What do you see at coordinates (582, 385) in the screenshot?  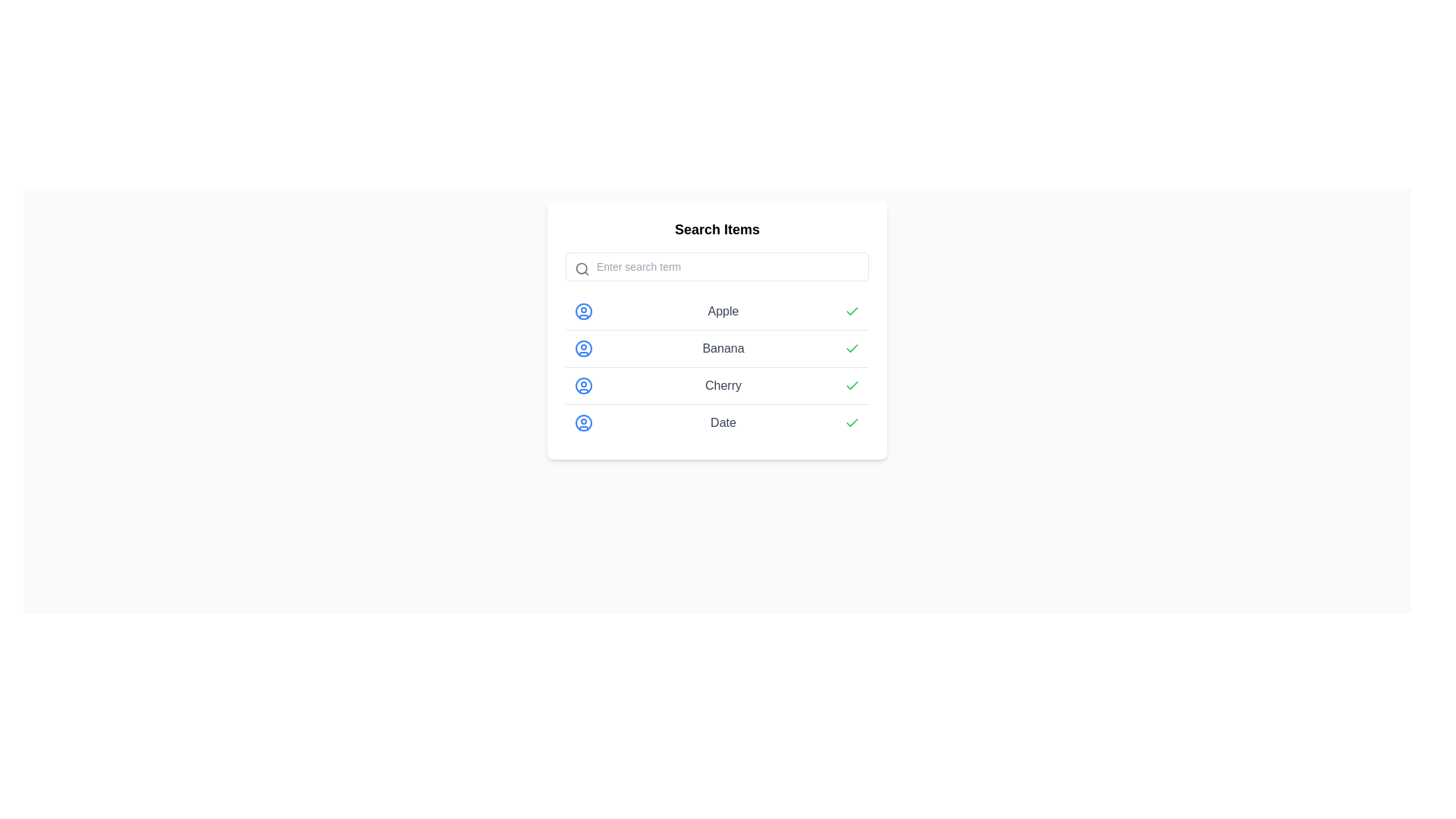 I see `circular SVG graphic element that is part of a user profile icon, positioned adjacent to the list item labeled 'Cherry'` at bounding box center [582, 385].